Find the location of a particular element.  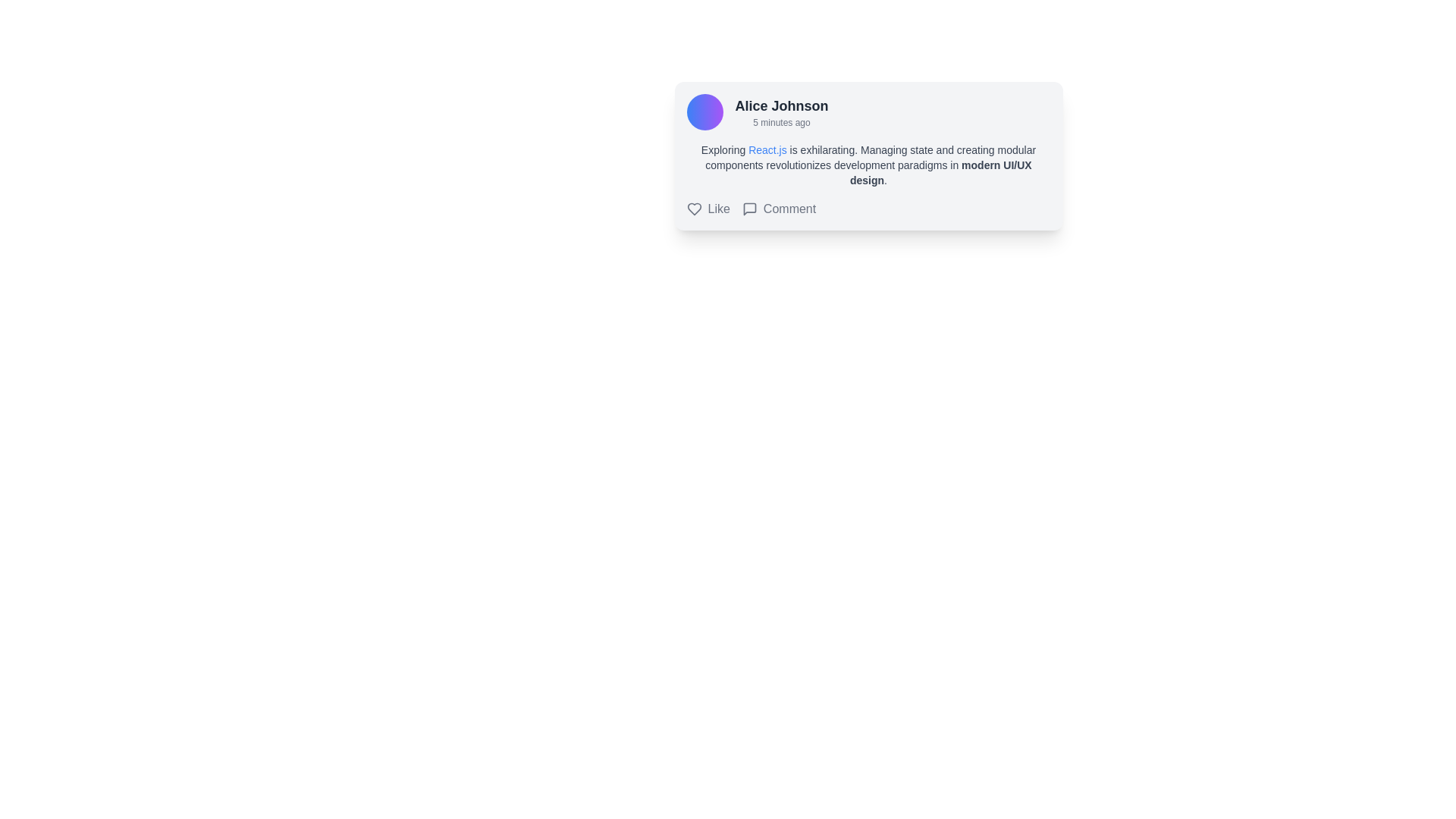

the timestamp text label that indicates when the event occurred, positioned to the right of the 'Alice Johnson' label and as the second text element in the vertical sequence is located at coordinates (782, 122).